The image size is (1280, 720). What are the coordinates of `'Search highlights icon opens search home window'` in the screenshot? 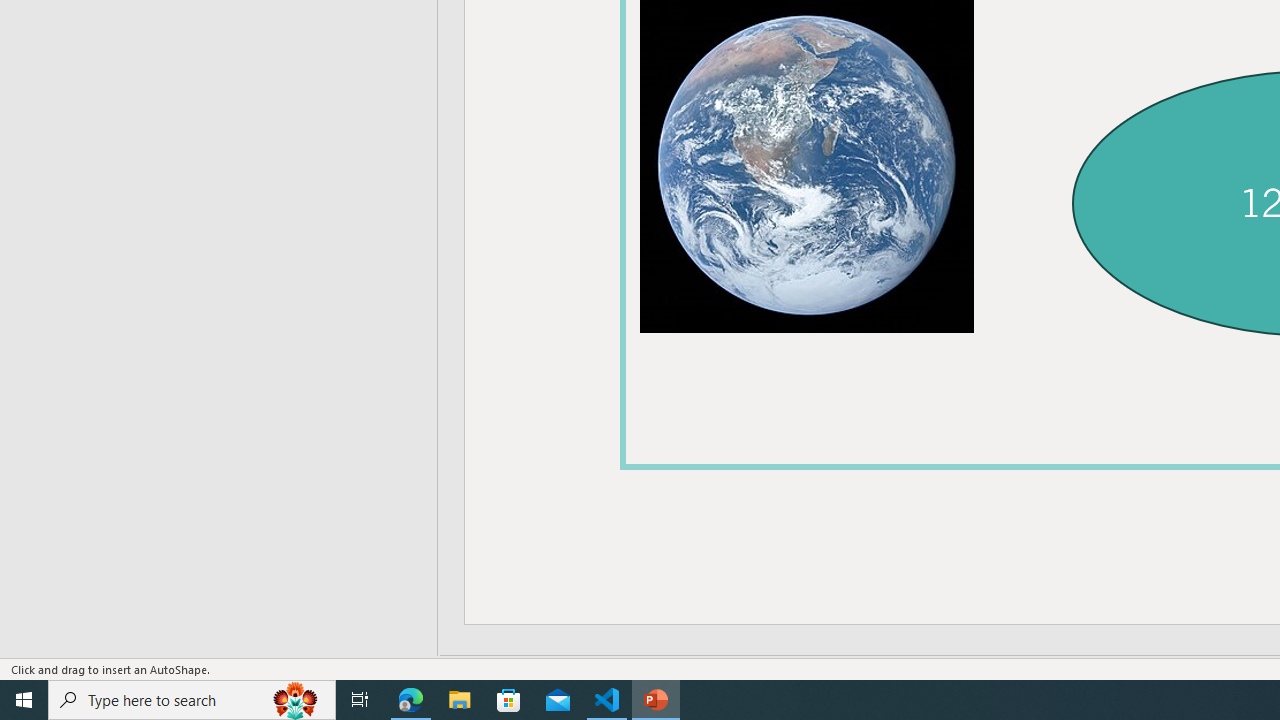 It's located at (294, 698).